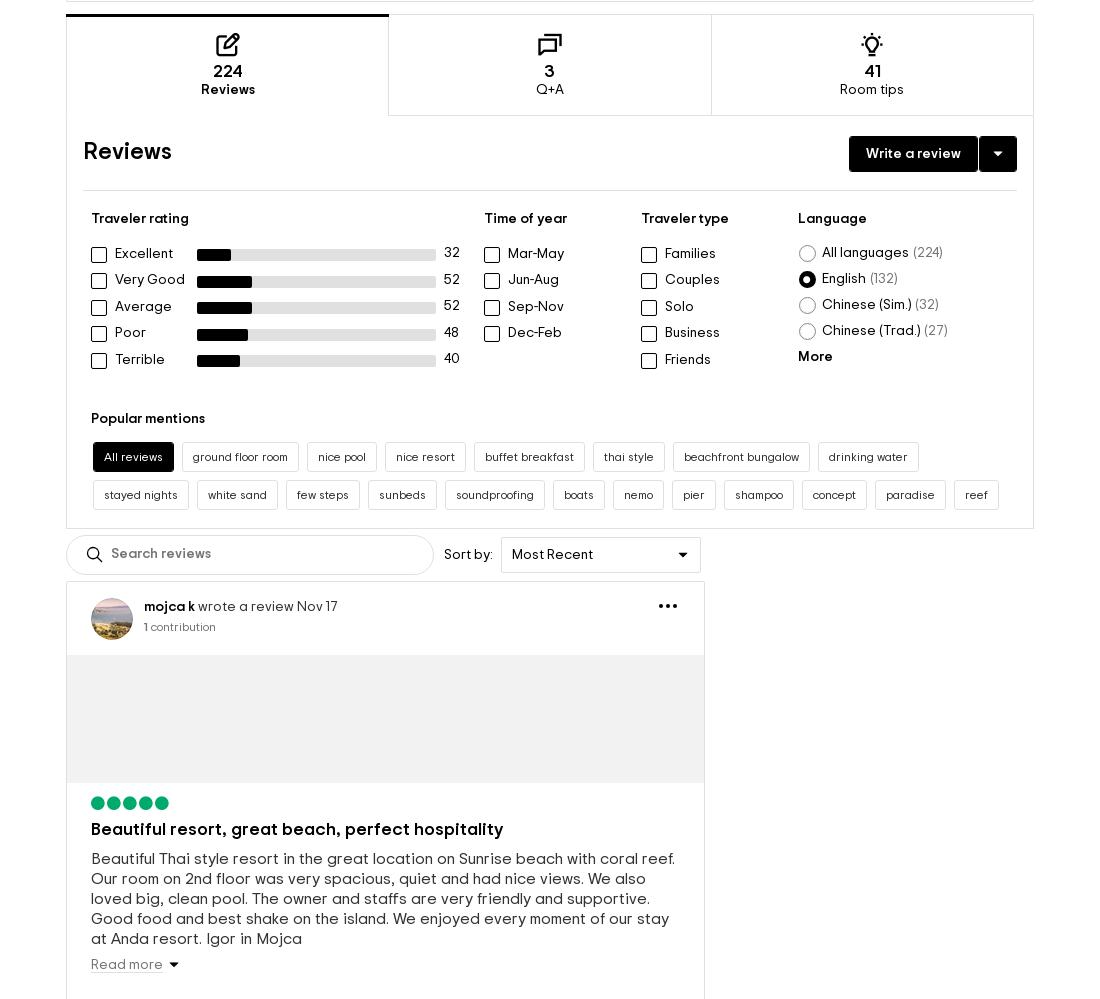 Image resolution: width=1100 pixels, height=999 pixels. Describe the element at coordinates (529, 422) in the screenshot. I see `'buffet breakfast'` at that location.